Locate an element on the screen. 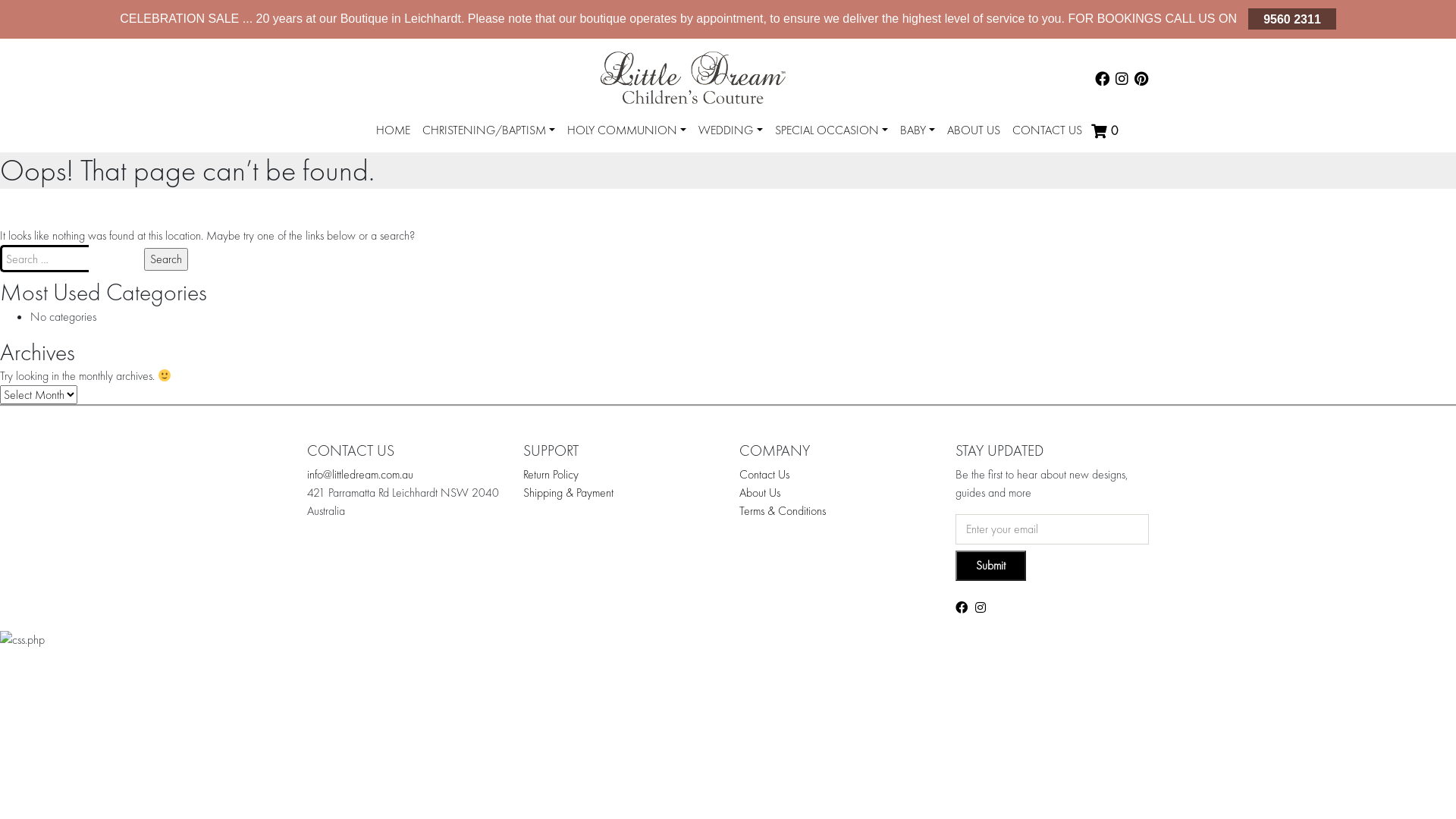 This screenshot has width=1456, height=819. 'info@littledream.com.au' is located at coordinates (359, 473).